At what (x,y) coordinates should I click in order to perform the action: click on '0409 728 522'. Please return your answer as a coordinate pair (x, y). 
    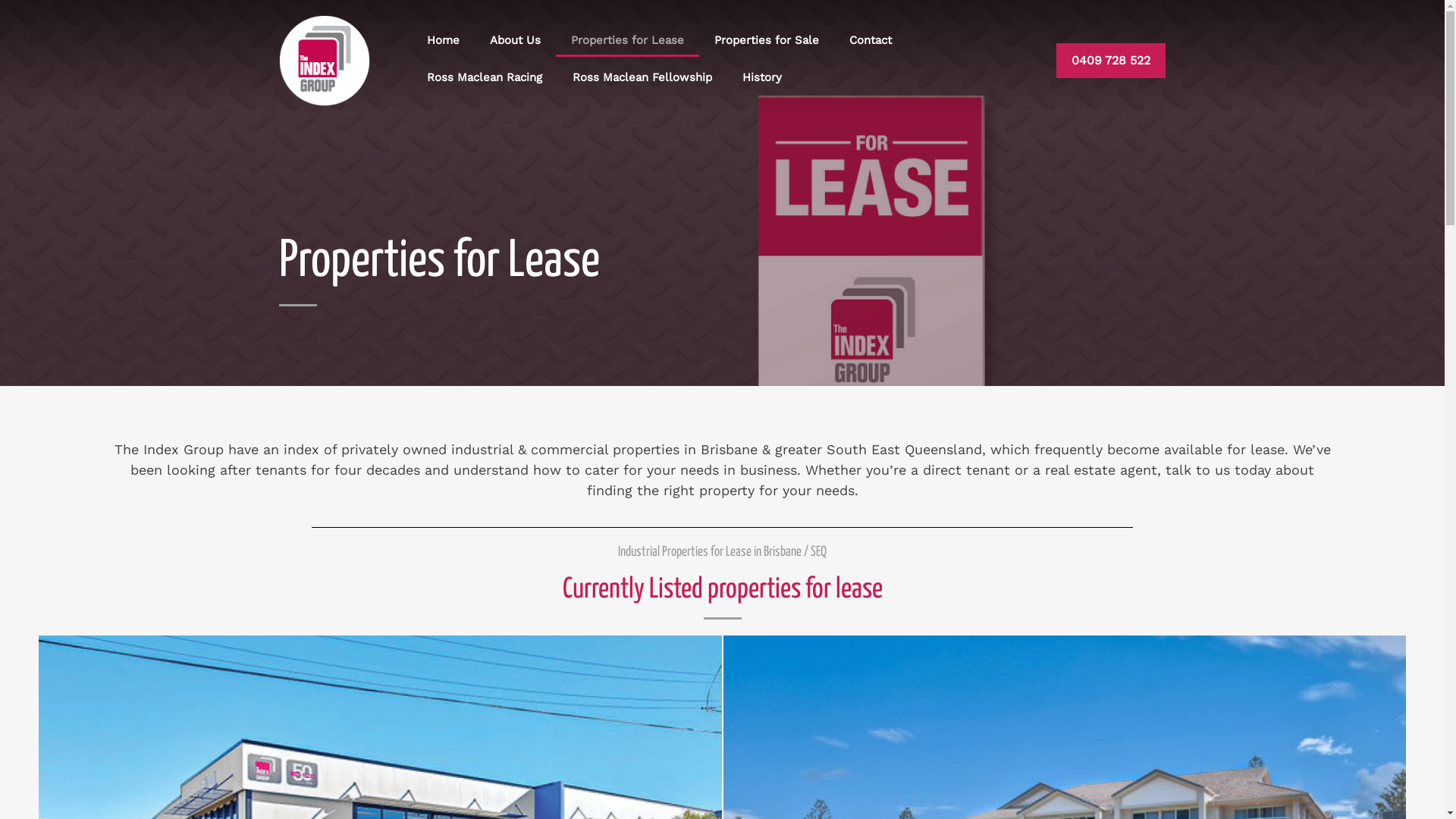
    Looking at the image, I should click on (1110, 60).